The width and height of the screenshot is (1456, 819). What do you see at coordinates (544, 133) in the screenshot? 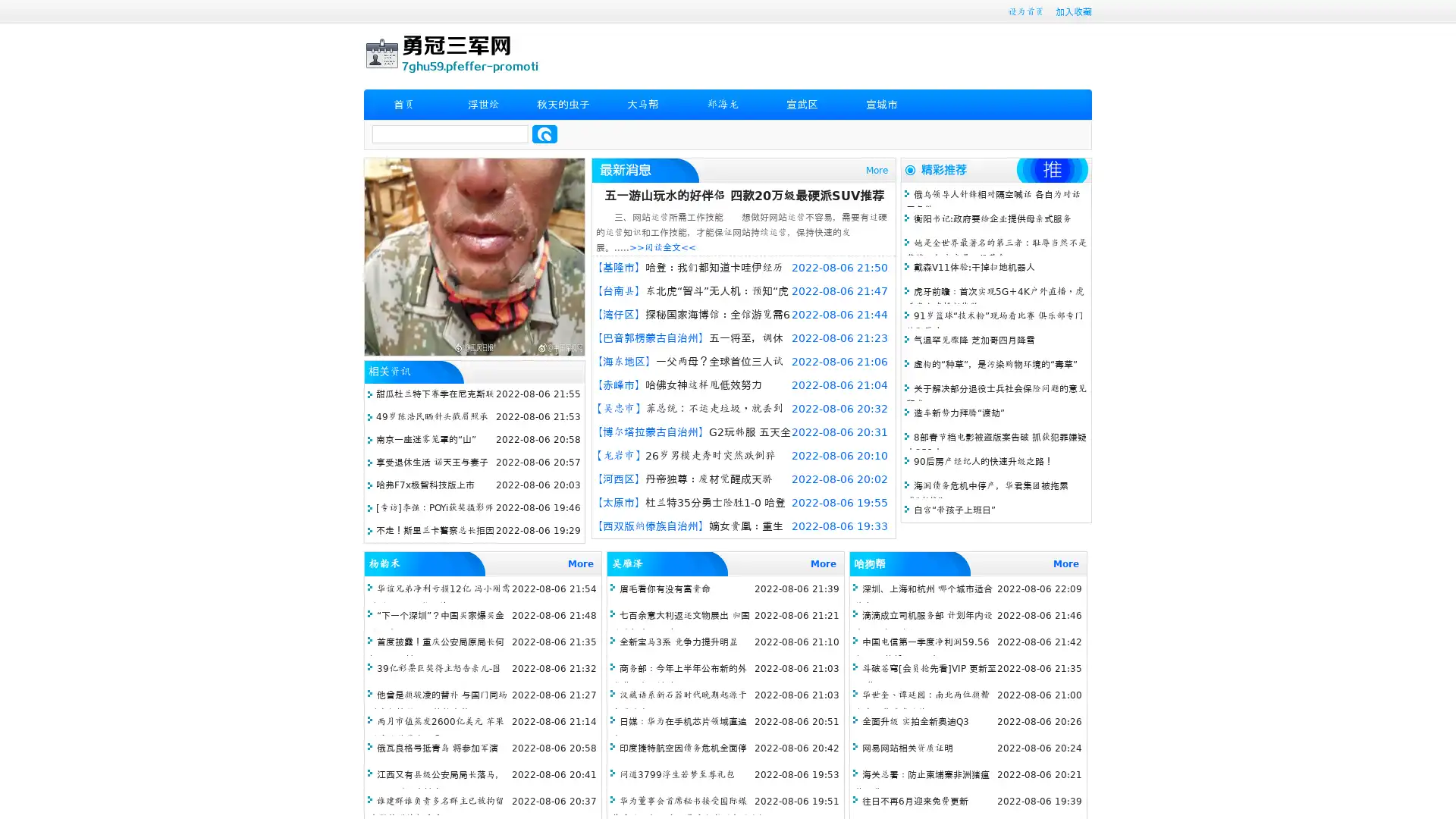
I see `Search` at bounding box center [544, 133].